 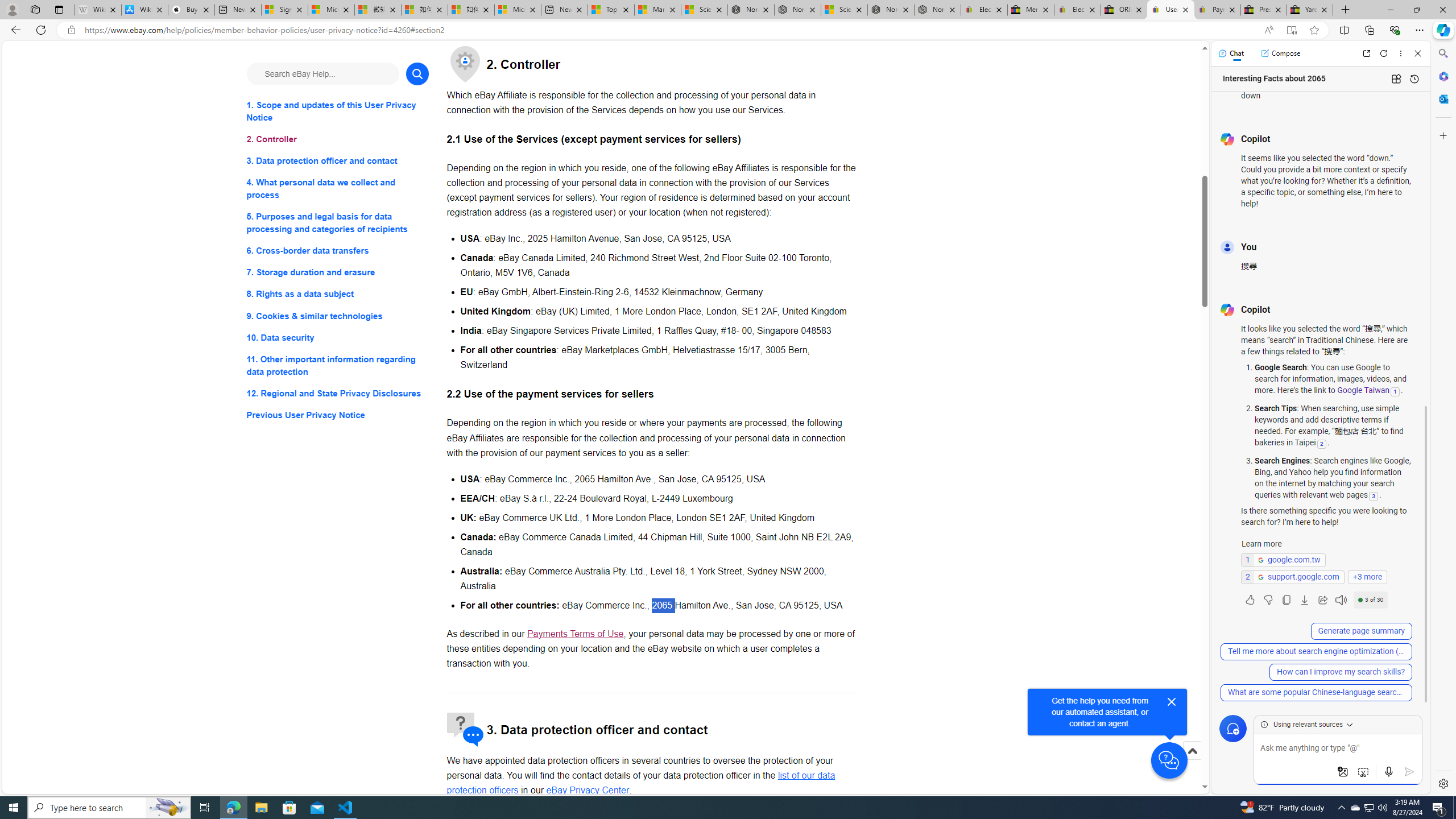 What do you see at coordinates (656, 9) in the screenshot?
I see `'Marine life - MSN'` at bounding box center [656, 9].